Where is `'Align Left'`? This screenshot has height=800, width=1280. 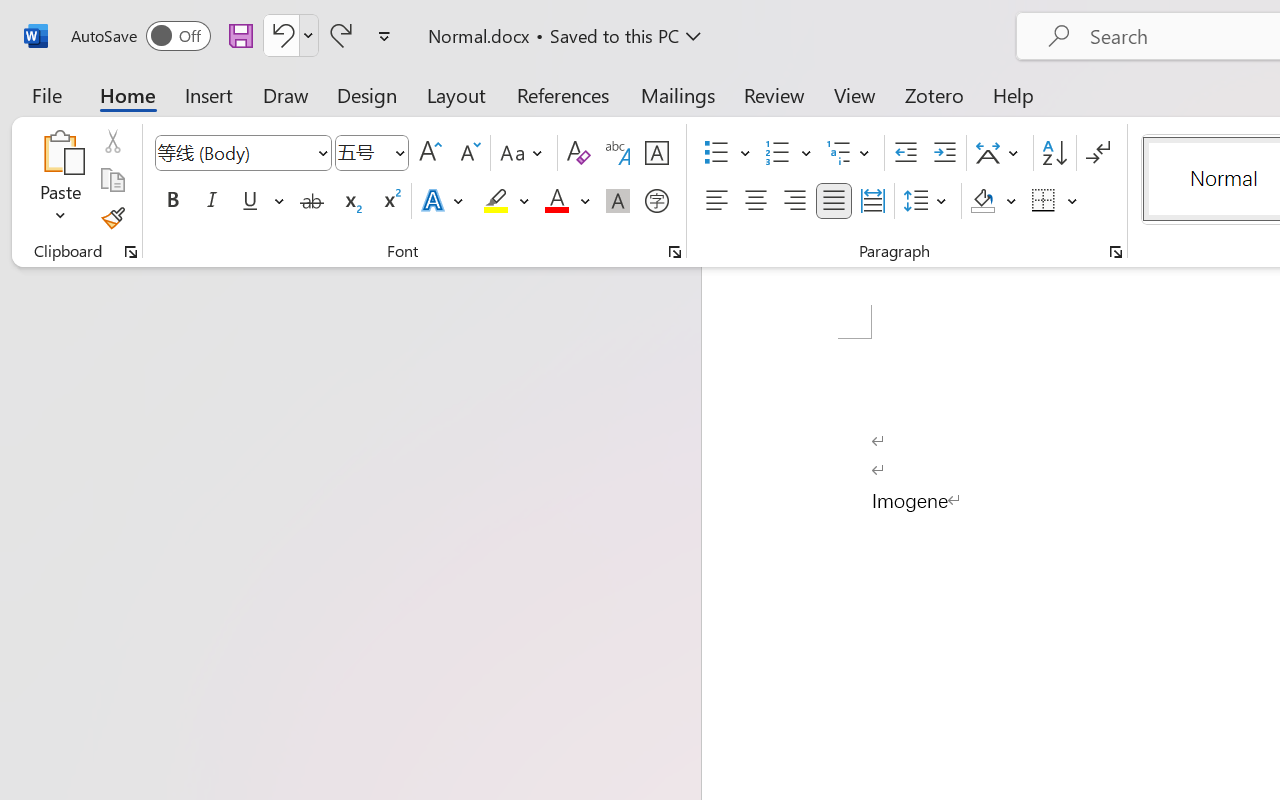 'Align Left' is located at coordinates (716, 201).